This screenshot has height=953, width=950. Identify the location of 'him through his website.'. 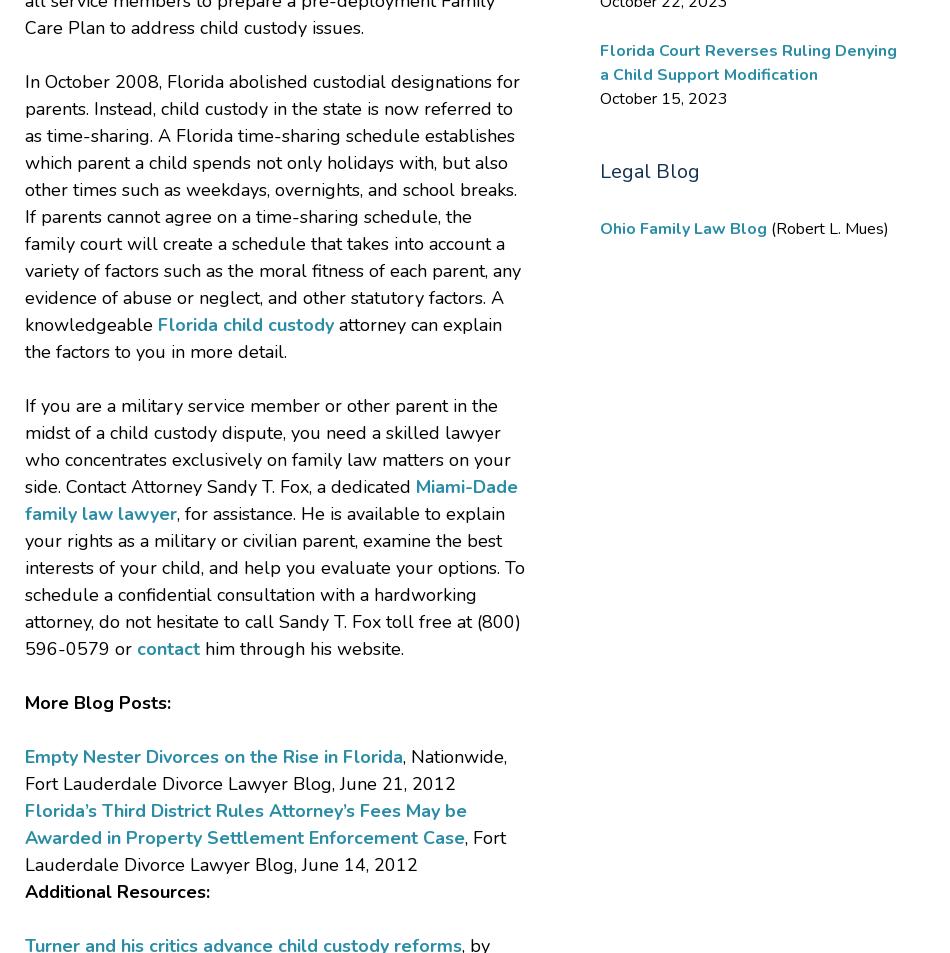
(301, 648).